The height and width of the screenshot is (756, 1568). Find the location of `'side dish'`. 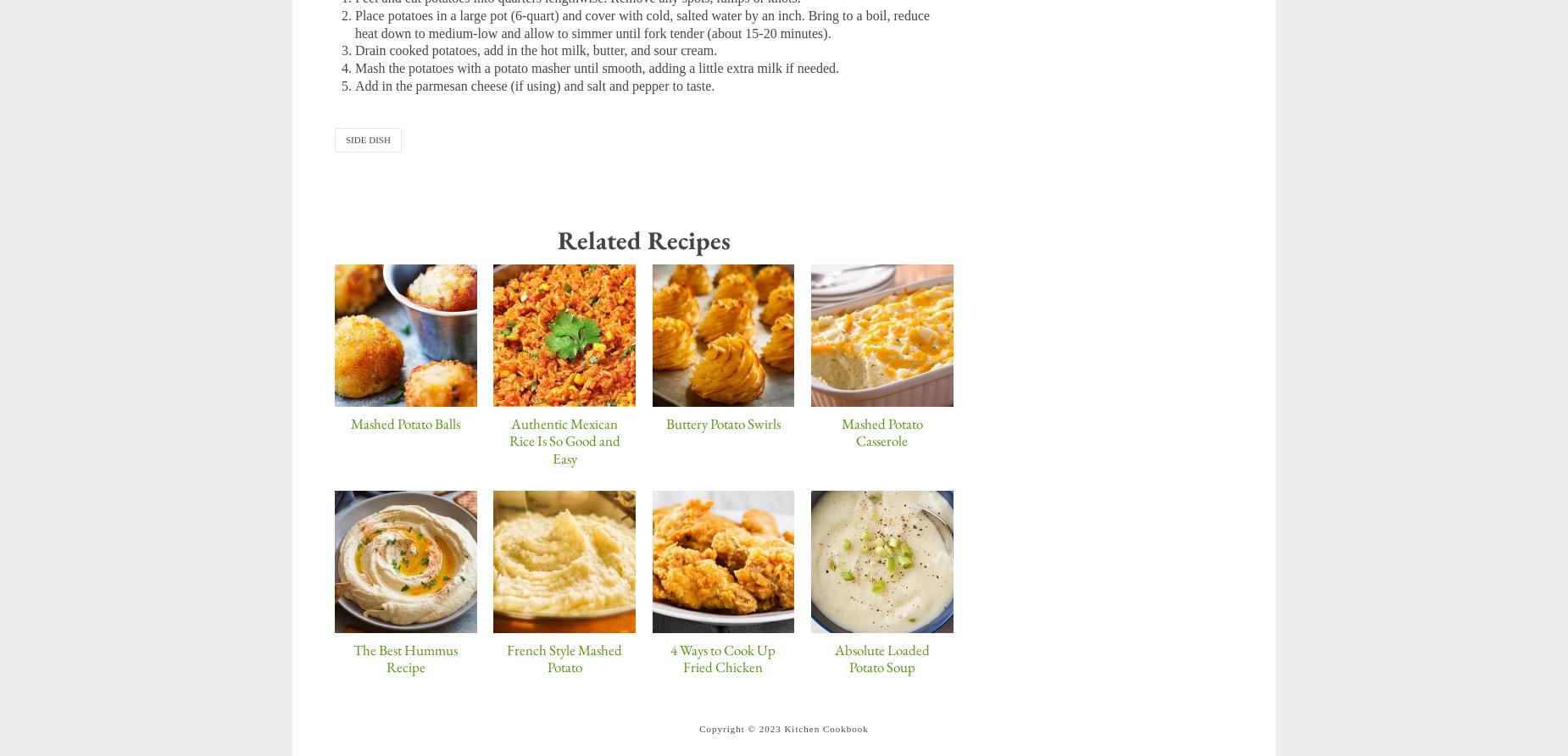

'side dish' is located at coordinates (344, 138).